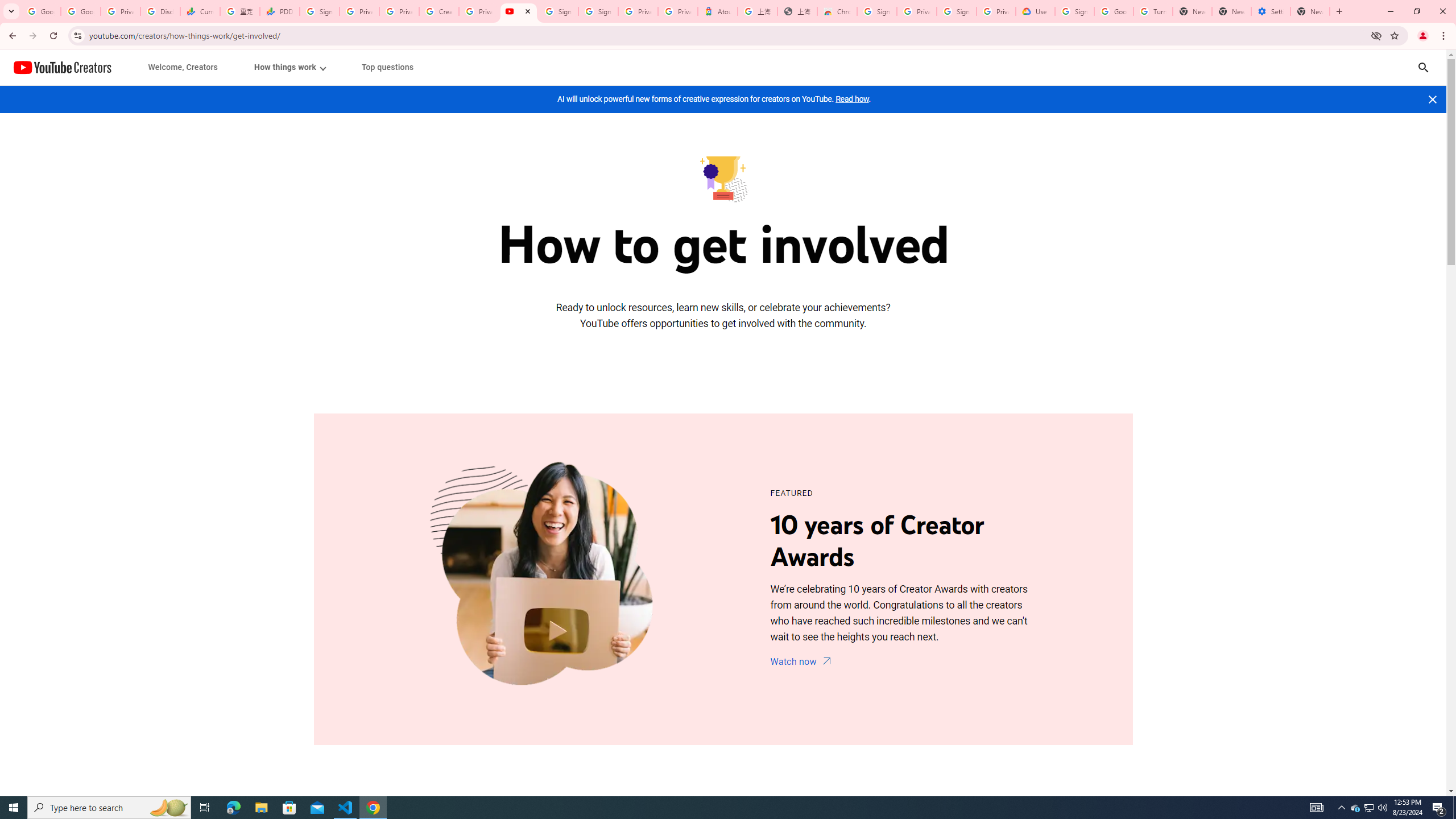 The image size is (1456, 819). What do you see at coordinates (802, 662) in the screenshot?
I see `'Watch now'` at bounding box center [802, 662].